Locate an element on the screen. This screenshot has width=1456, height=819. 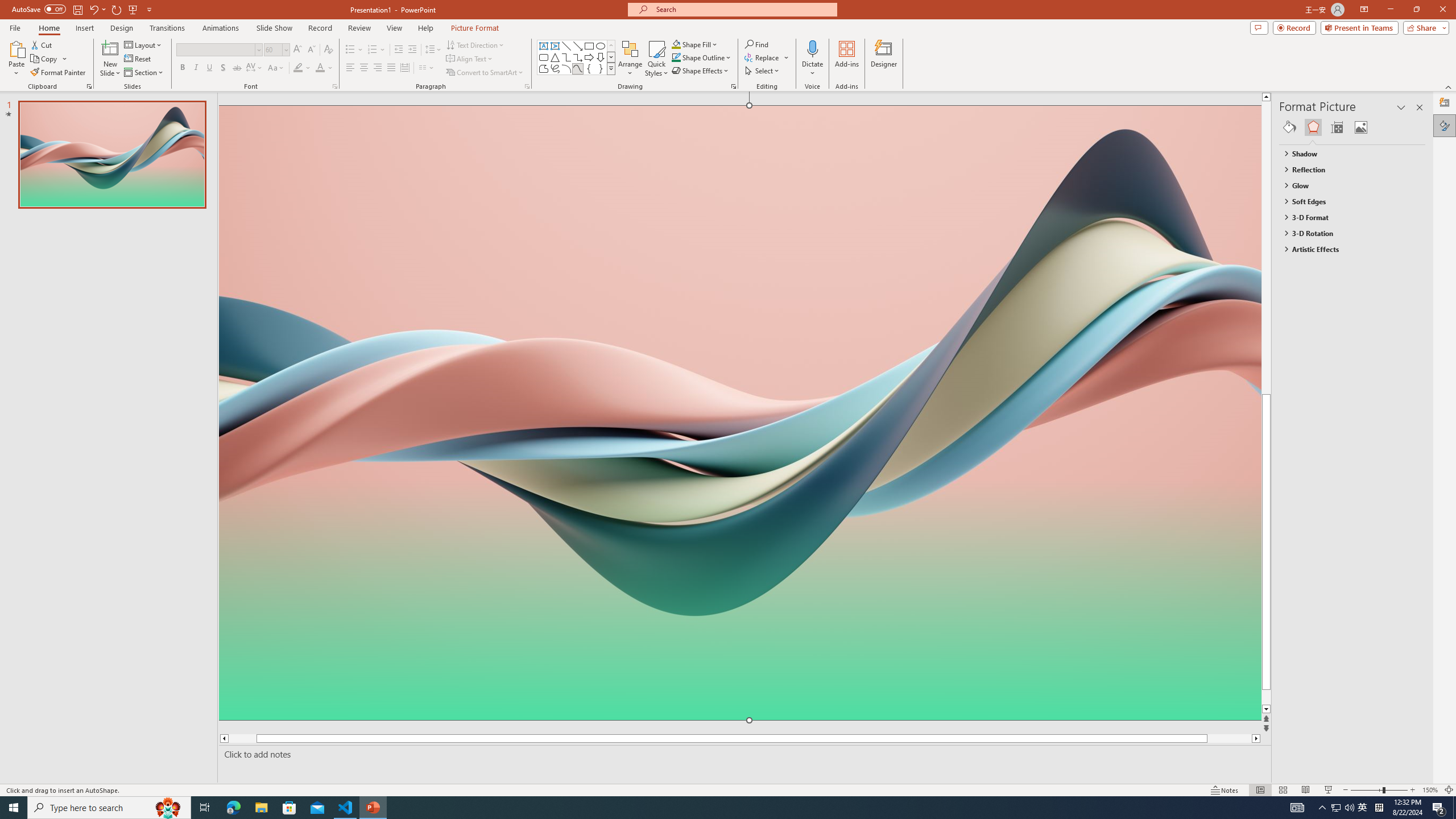
'Size & Properties' is located at coordinates (1337, 126).